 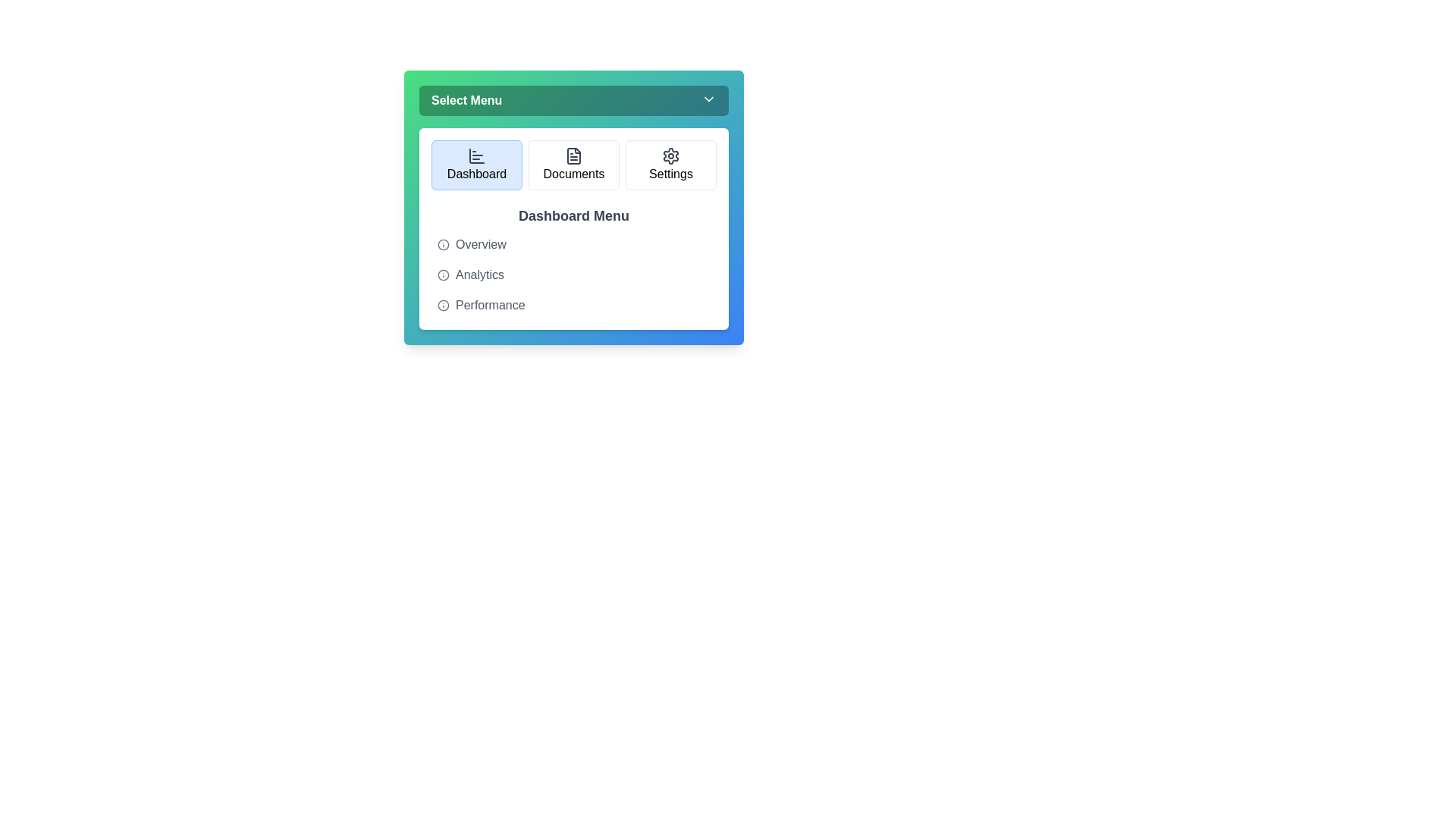 I want to click on the 'Dashboard' button, which is a light blue rectangular button with rounded corners and a bar chart icon, so click(x=475, y=165).